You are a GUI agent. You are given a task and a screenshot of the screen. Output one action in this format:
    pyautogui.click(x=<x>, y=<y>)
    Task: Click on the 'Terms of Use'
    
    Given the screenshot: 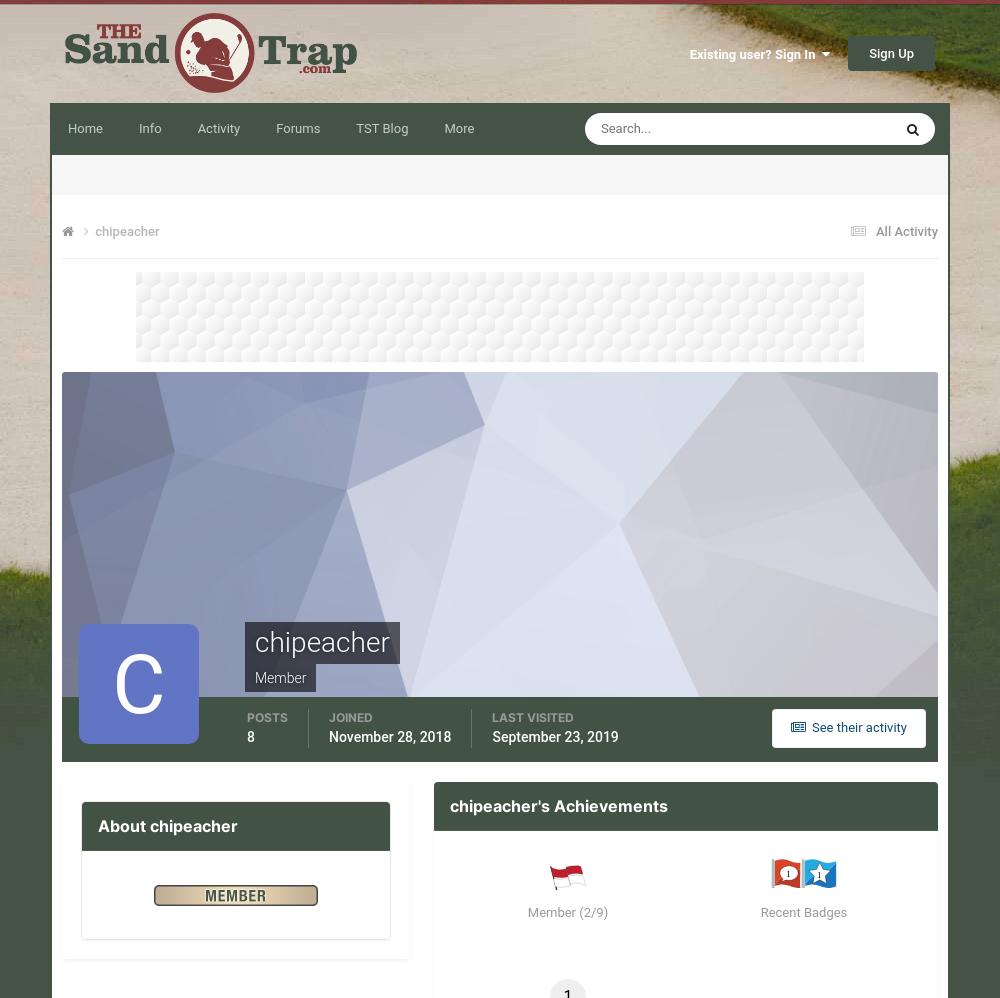 What is the action you would take?
    pyautogui.click(x=139, y=973)
    